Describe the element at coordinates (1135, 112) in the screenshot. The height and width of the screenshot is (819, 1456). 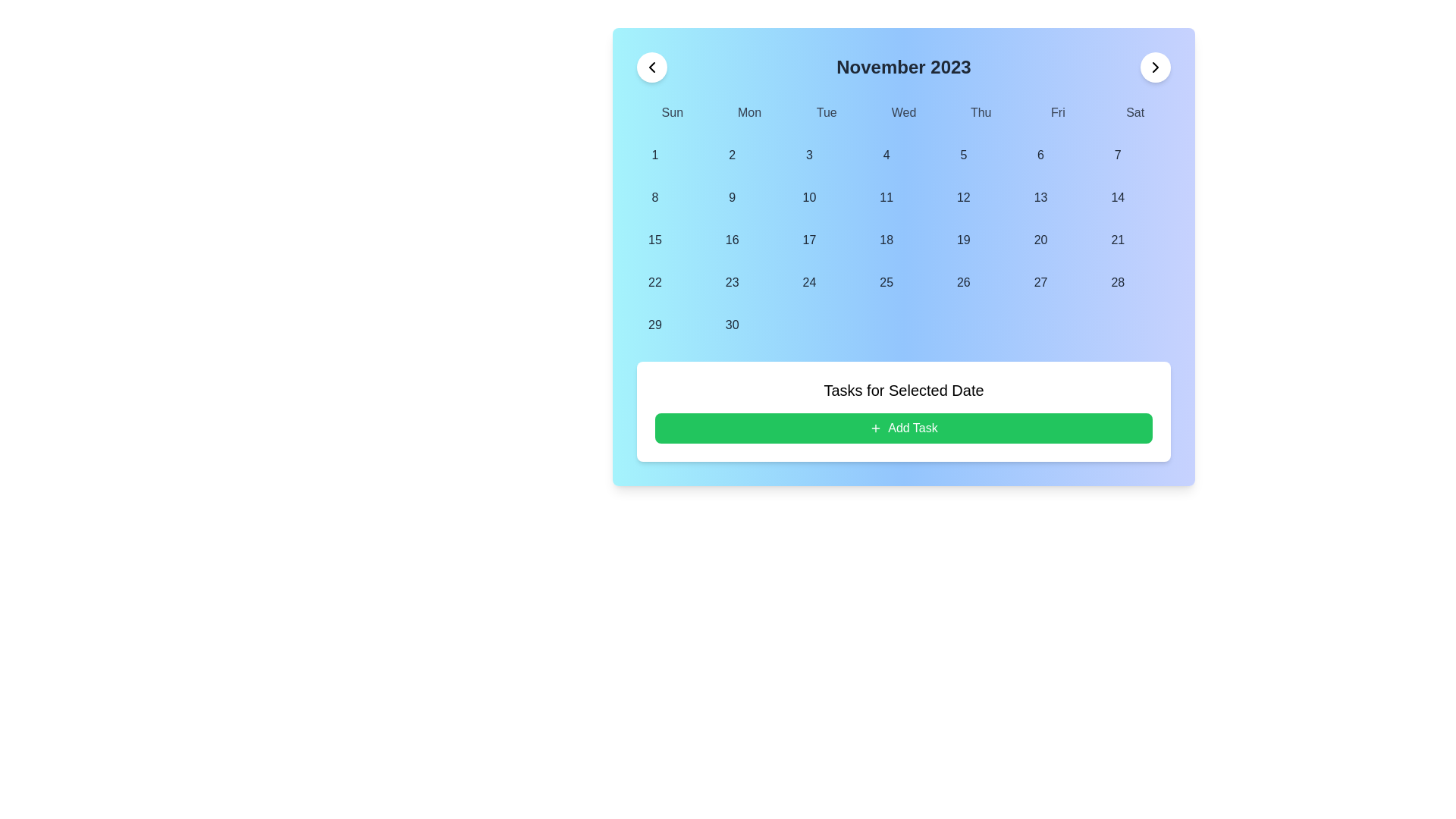
I see `the text label for Saturday, which is the last item in the days-of-week header of the calendar component, located at the far right of its group` at that location.